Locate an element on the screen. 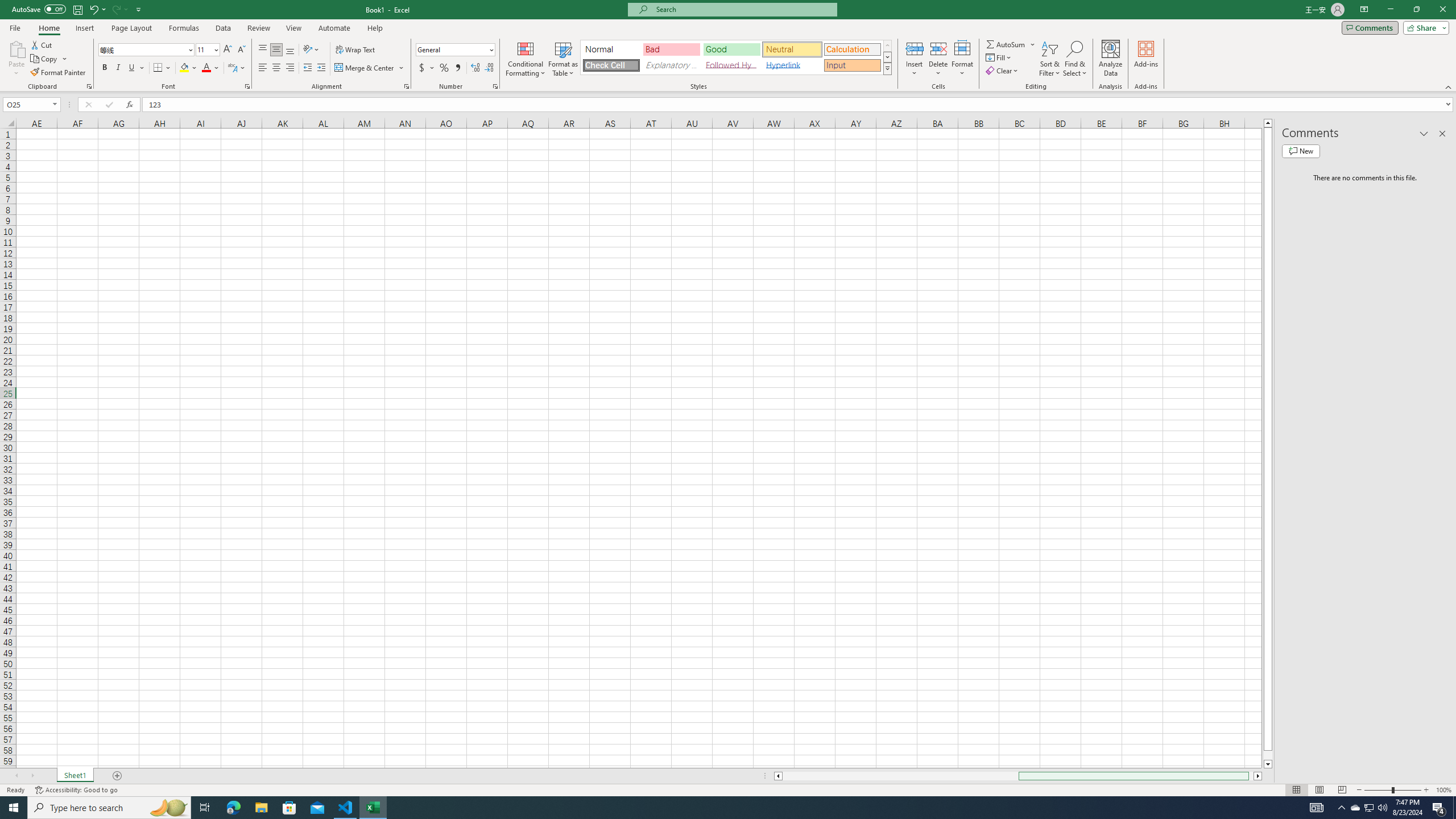 Image resolution: width=1456 pixels, height=819 pixels. 'Italic' is located at coordinates (118, 67).